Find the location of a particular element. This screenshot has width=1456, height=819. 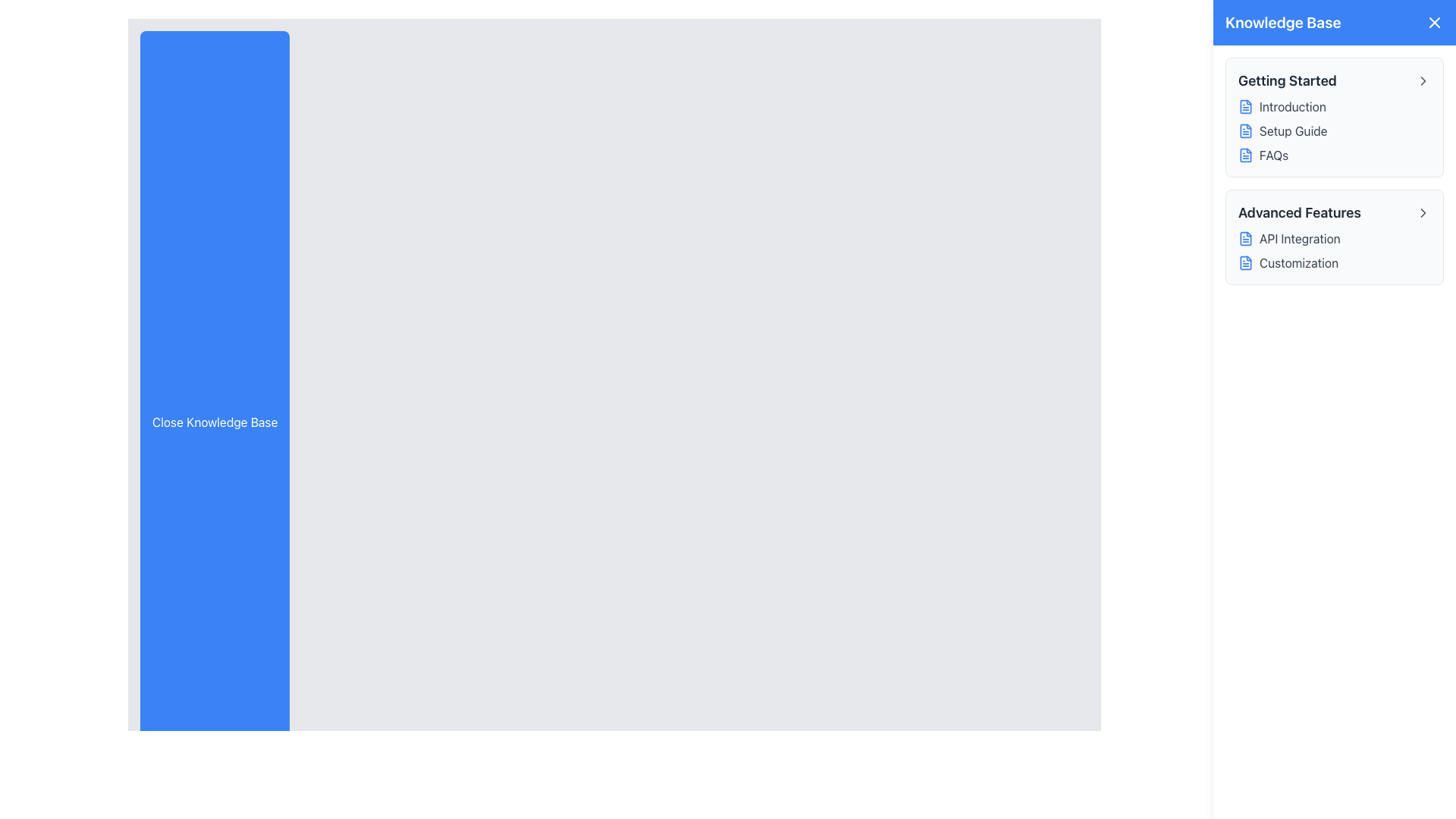

the document icon representing the 'Introduction' entry in the 'Knowledge Base' navigation, located in the right panel under the 'Getting Started' section is located at coordinates (1245, 106).